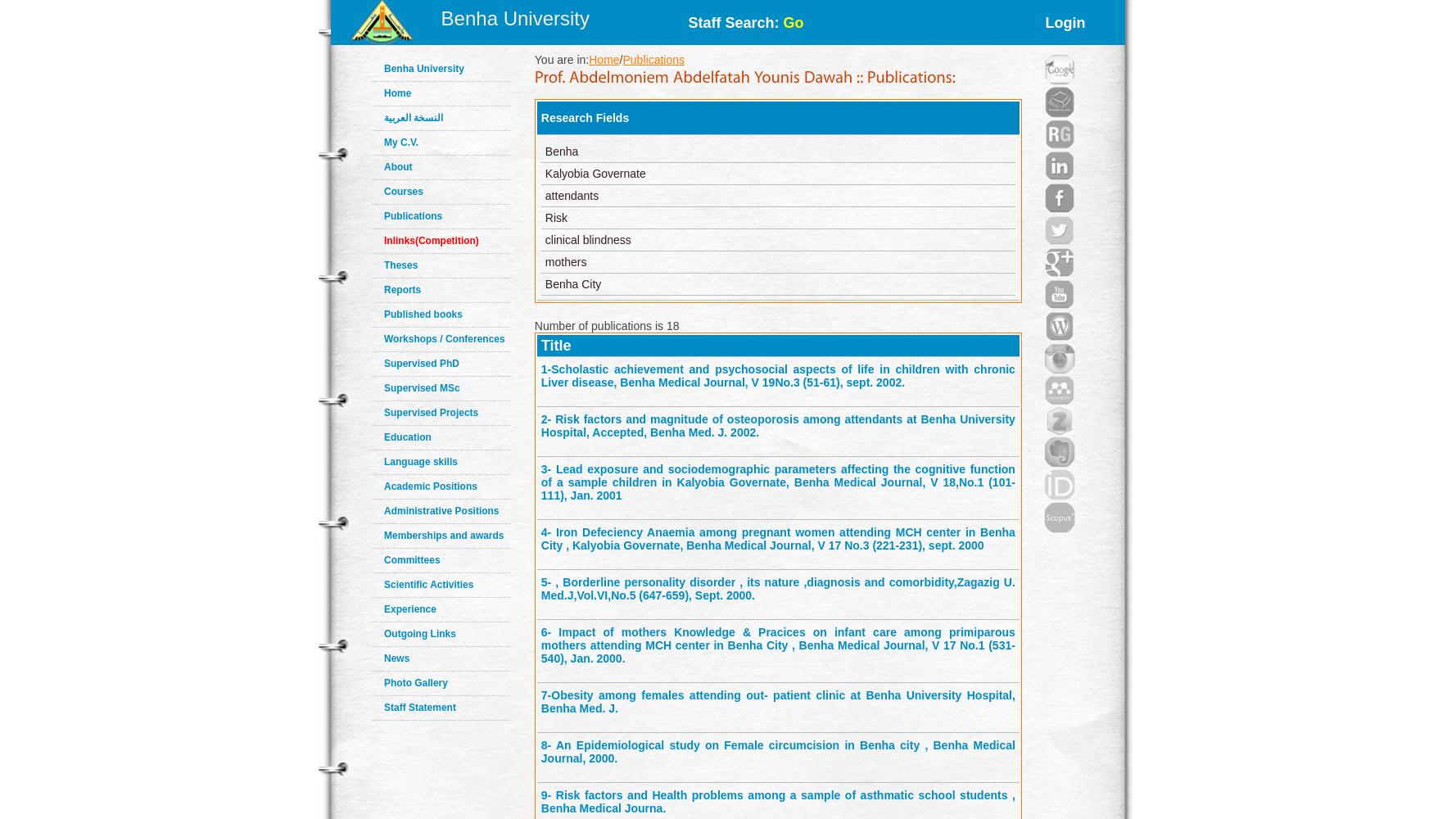 The image size is (1456, 819). What do you see at coordinates (441, 510) in the screenshot?
I see `'Administrative Positions'` at bounding box center [441, 510].